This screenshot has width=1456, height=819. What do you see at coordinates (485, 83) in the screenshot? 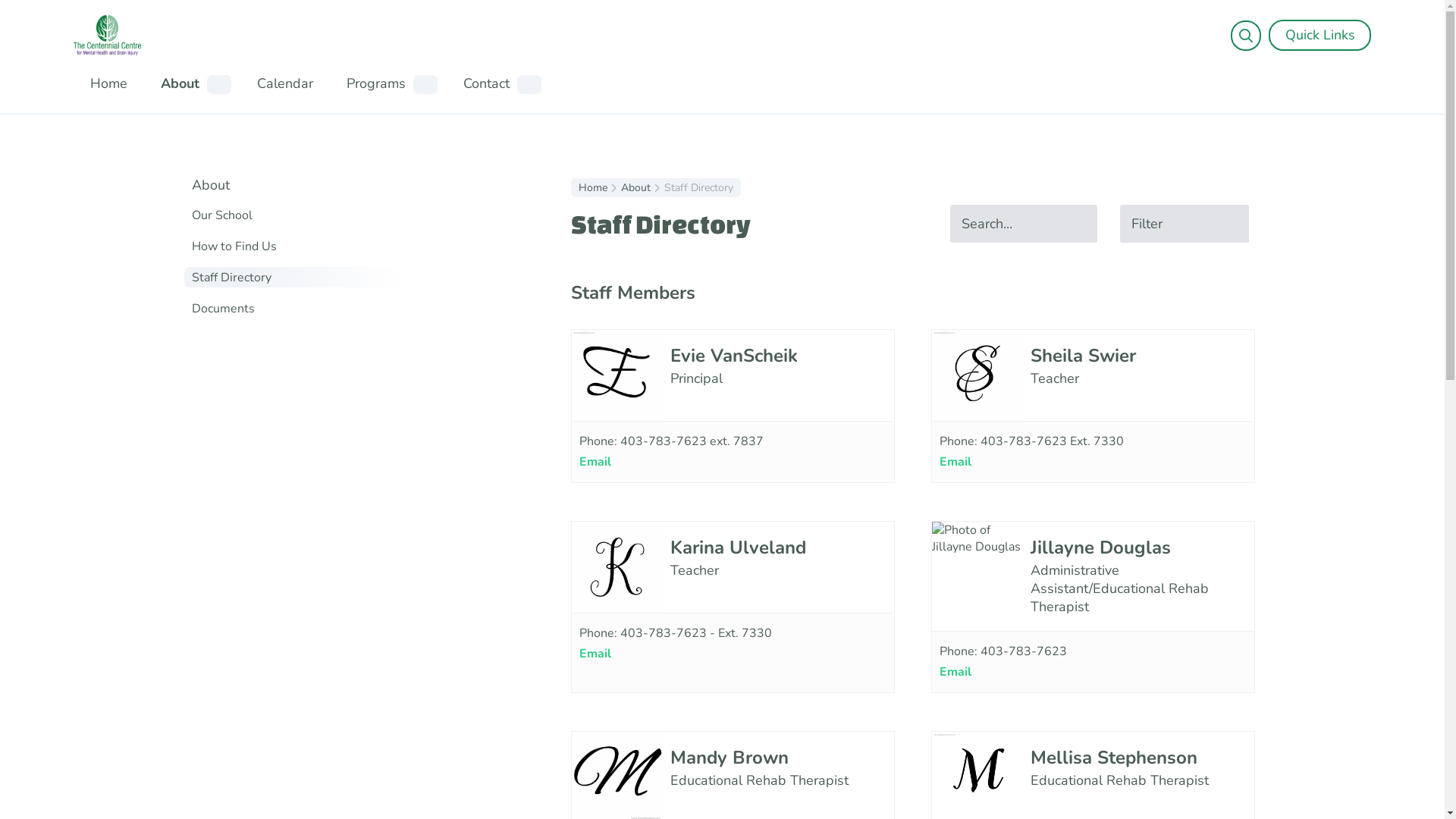
I see `'Contact'` at bounding box center [485, 83].